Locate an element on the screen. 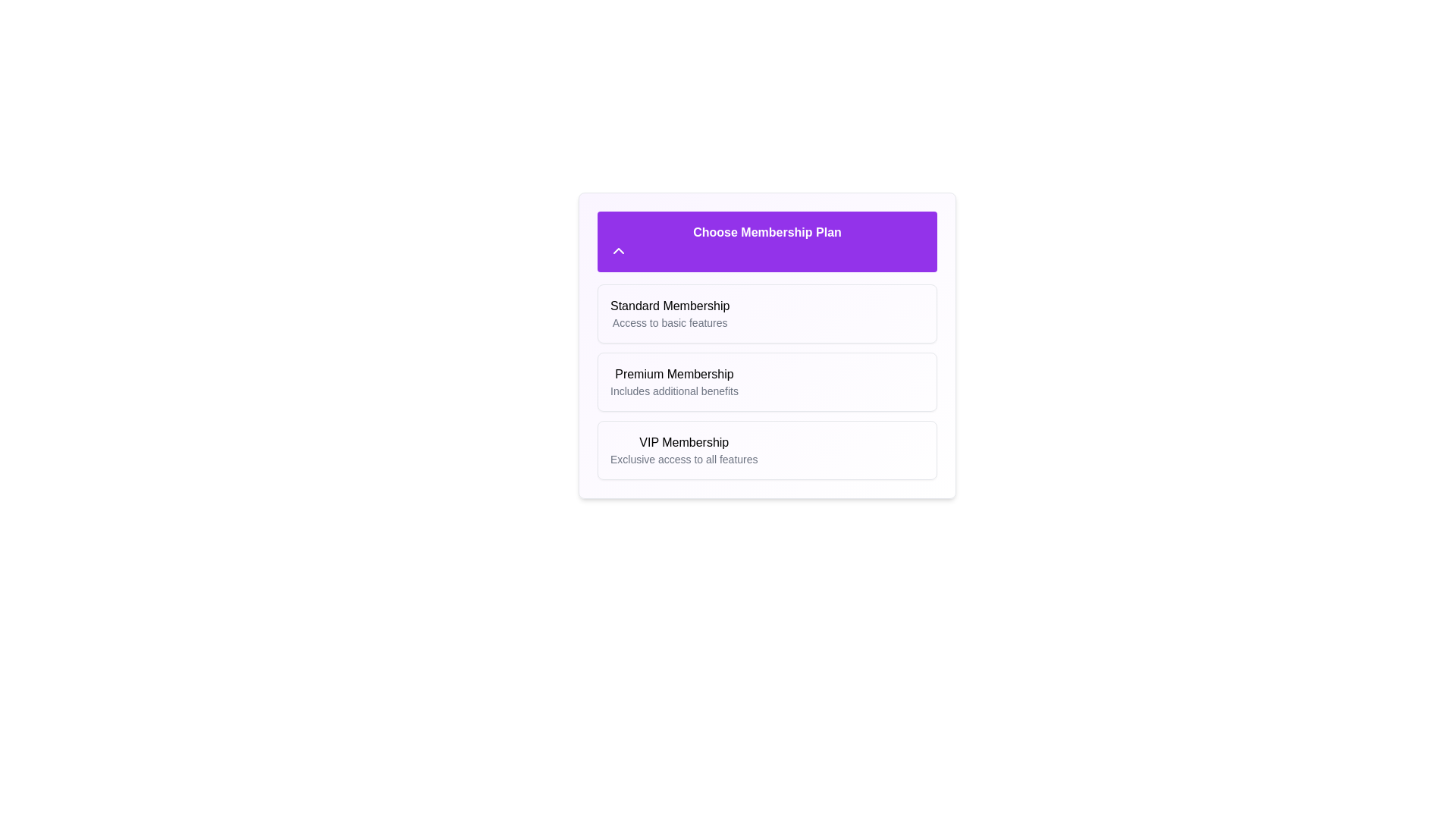  the informational card that states 'Premium Membership' with the description 'Includes additional benefits', which is the second card in the membership options list is located at coordinates (767, 381).